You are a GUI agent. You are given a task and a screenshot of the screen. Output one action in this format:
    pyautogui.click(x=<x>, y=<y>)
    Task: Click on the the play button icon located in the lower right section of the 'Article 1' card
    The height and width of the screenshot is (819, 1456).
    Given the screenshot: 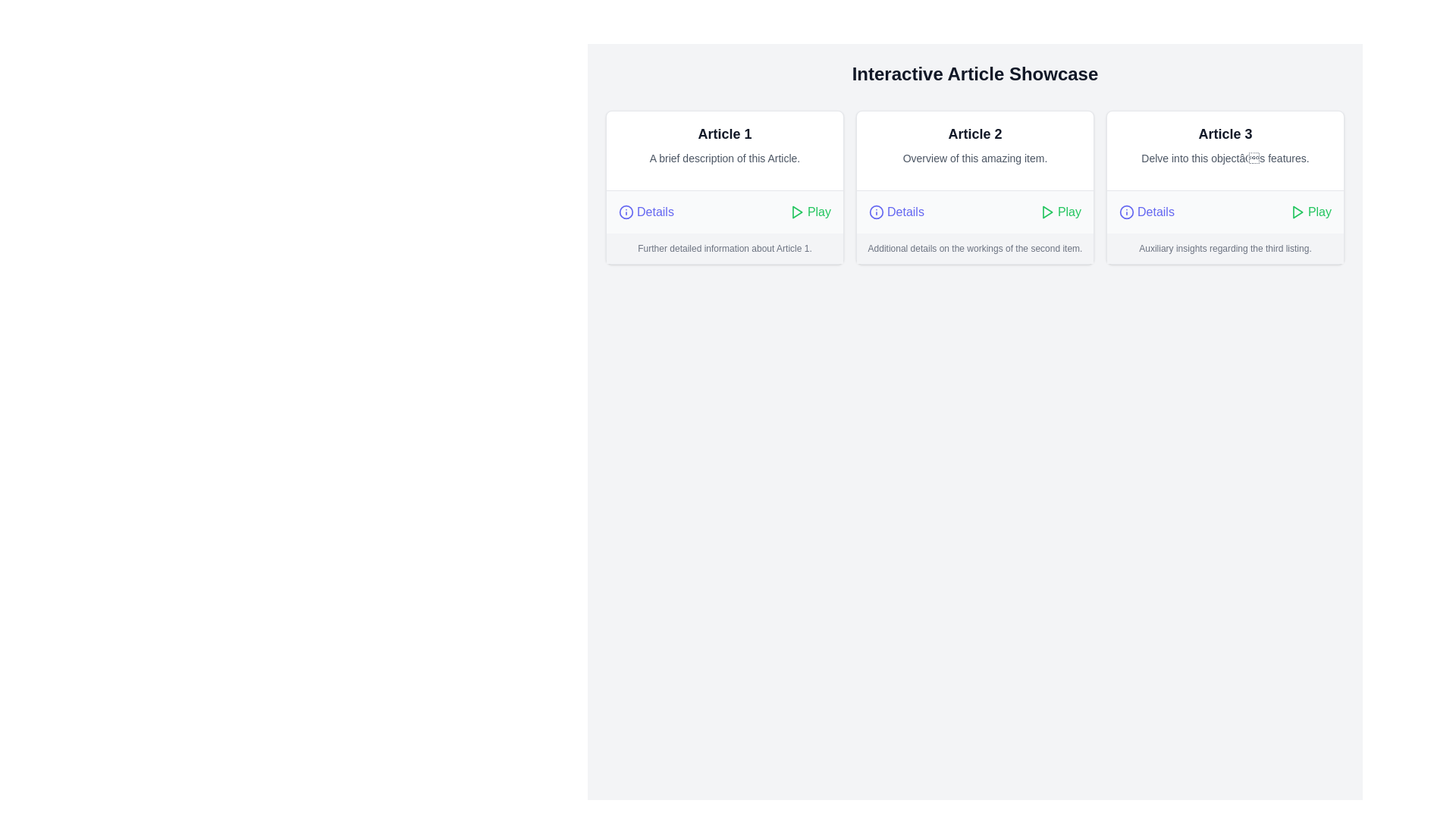 What is the action you would take?
    pyautogui.click(x=796, y=212)
    